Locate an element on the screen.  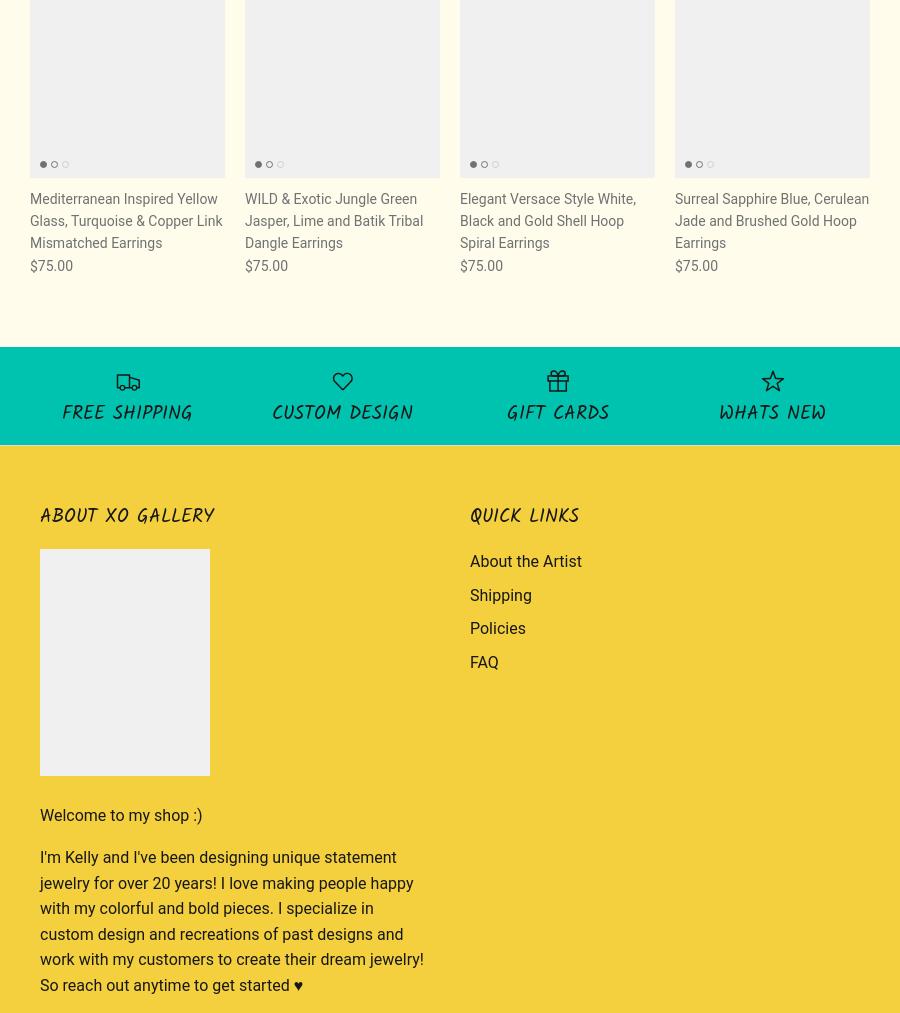
'Elegant Versace Style White, Black and Gold Shell Hoop Spiral Earrings' is located at coordinates (547, 219).